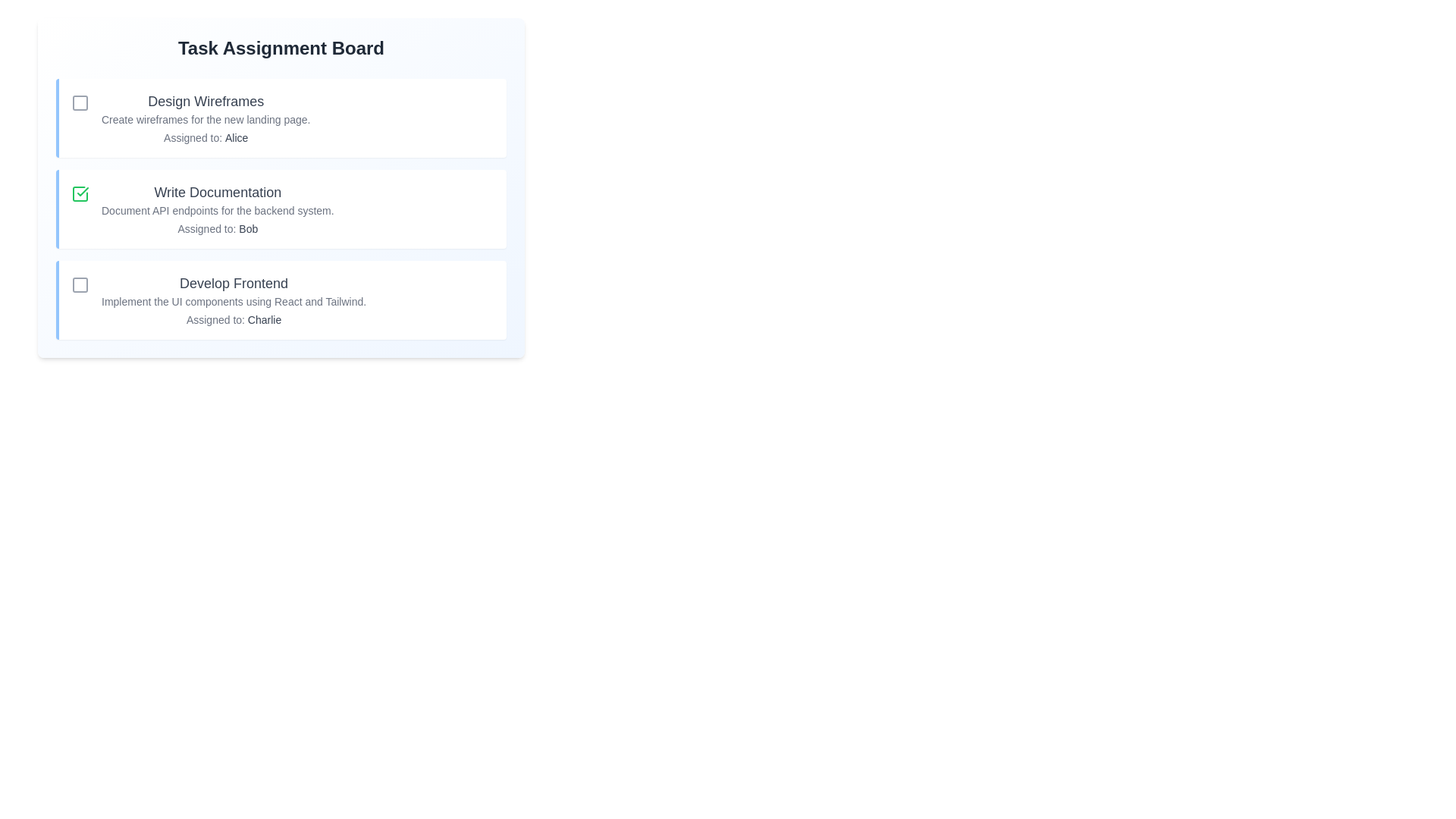 The height and width of the screenshot is (819, 1456). Describe the element at coordinates (281, 48) in the screenshot. I see `text from the prominently styled text header that says 'Task Assignment Board', which is centered at the top of the interface` at that location.